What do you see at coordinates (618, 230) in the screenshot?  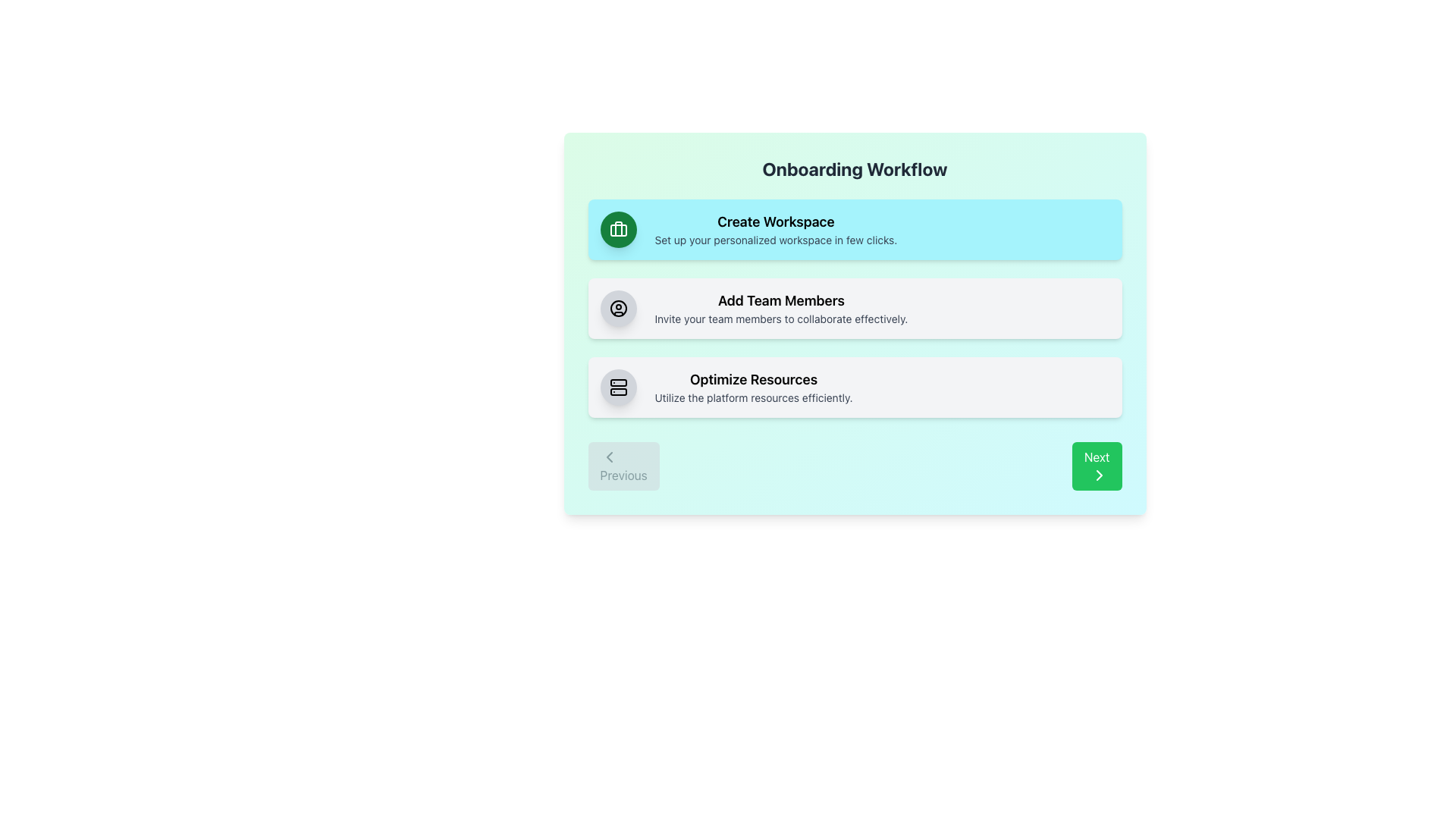 I see `the Icon button located in the light-blue rectangular section titled 'Create Workspace', positioned near the top-left corner alongside the subtitle 'Set up your personalized workspace in few clicks'` at bounding box center [618, 230].